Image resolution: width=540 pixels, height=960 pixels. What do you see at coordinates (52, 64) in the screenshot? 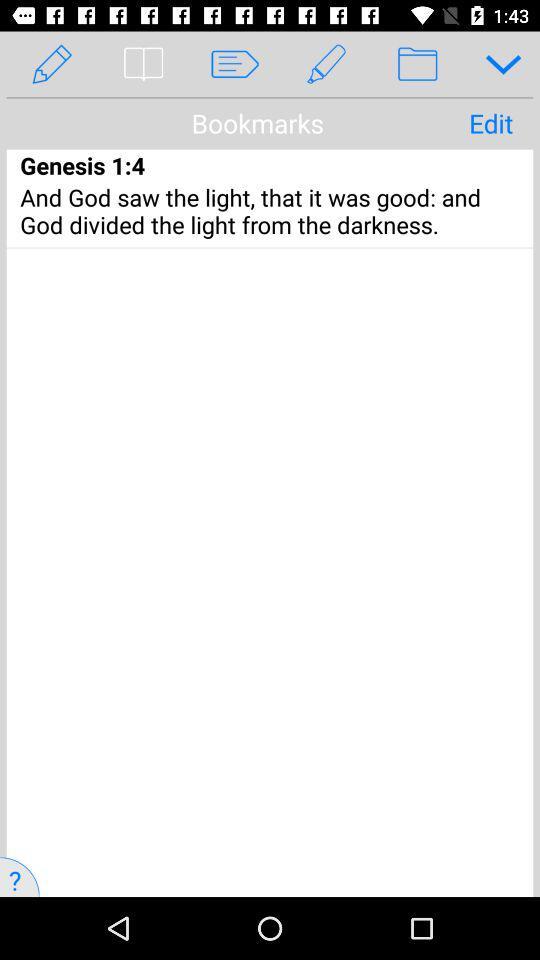
I see `the edit icon` at bounding box center [52, 64].